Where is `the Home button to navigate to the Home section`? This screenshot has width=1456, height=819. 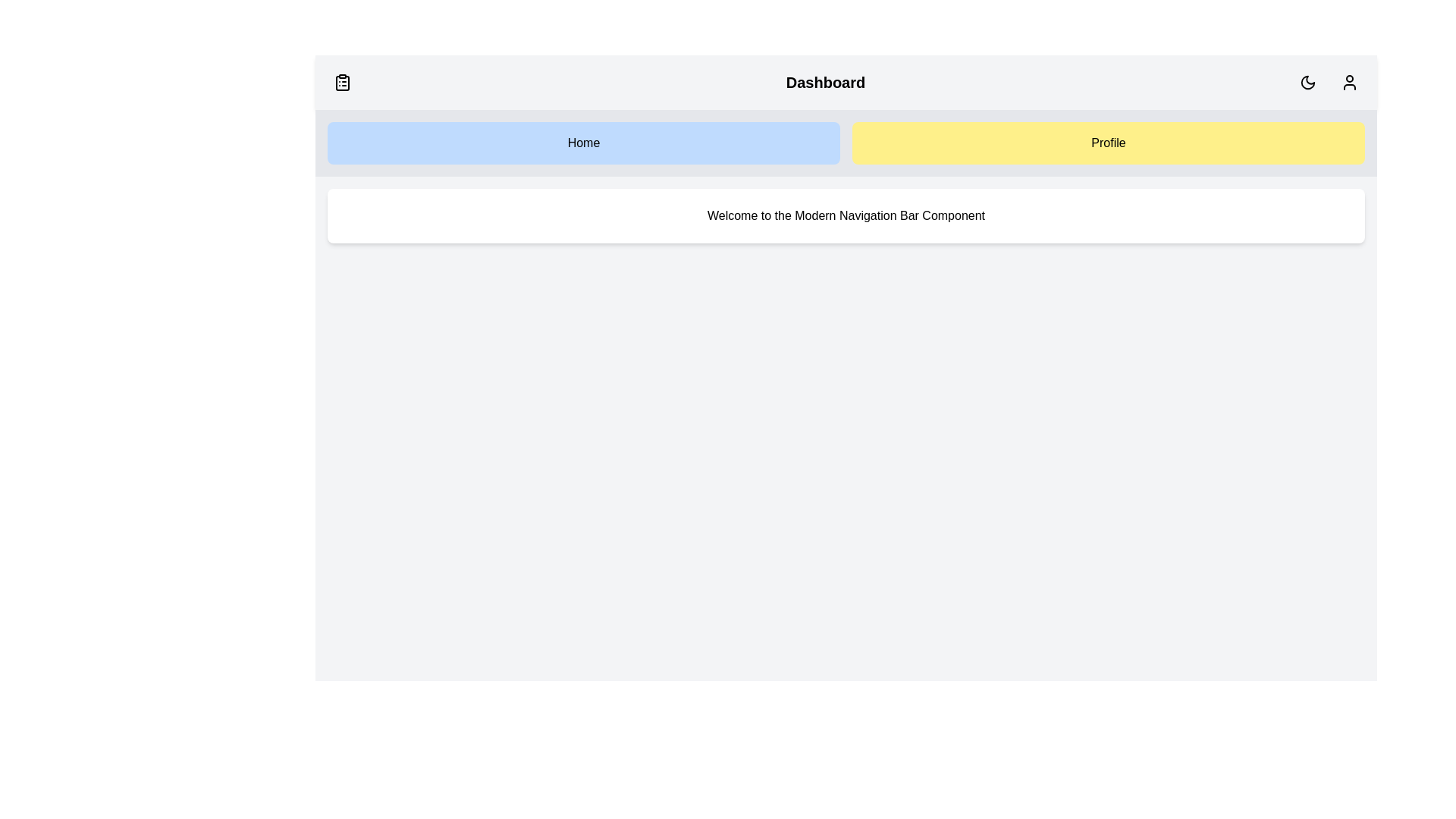
the Home button to navigate to the Home section is located at coordinates (582, 143).